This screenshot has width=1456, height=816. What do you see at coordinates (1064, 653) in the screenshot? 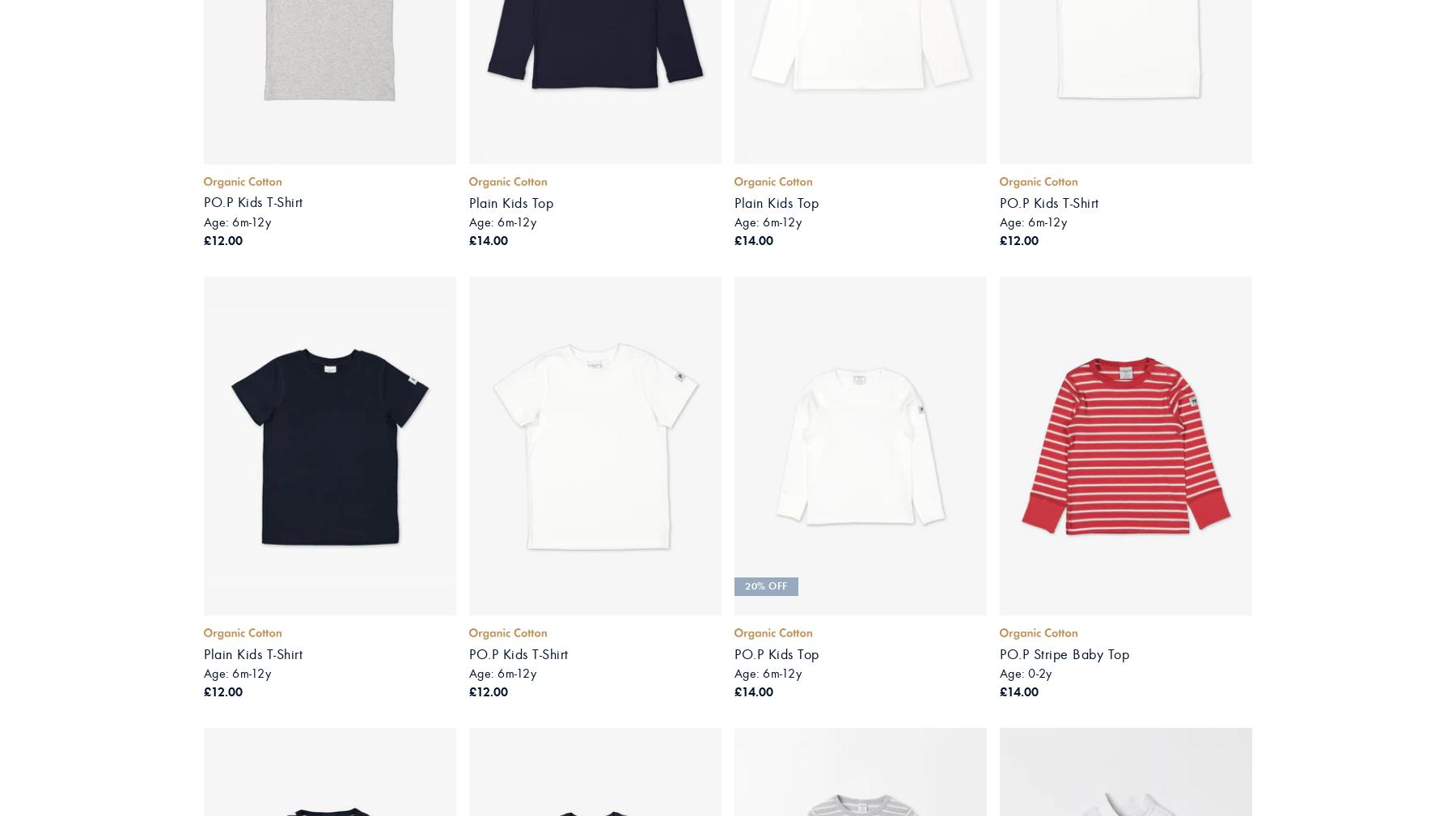
I see `'PO.P Stripe Baby Top'` at bounding box center [1064, 653].